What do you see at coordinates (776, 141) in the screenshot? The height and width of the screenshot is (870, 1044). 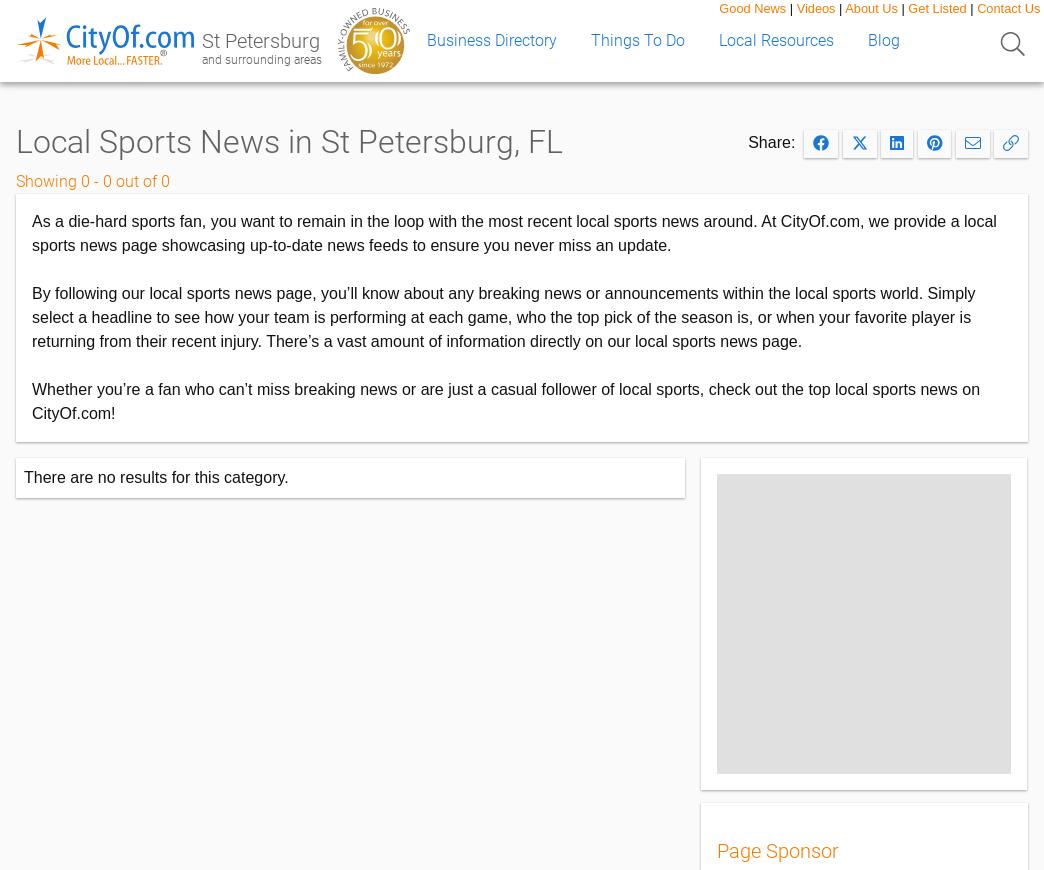 I see `'Share:'` at bounding box center [776, 141].